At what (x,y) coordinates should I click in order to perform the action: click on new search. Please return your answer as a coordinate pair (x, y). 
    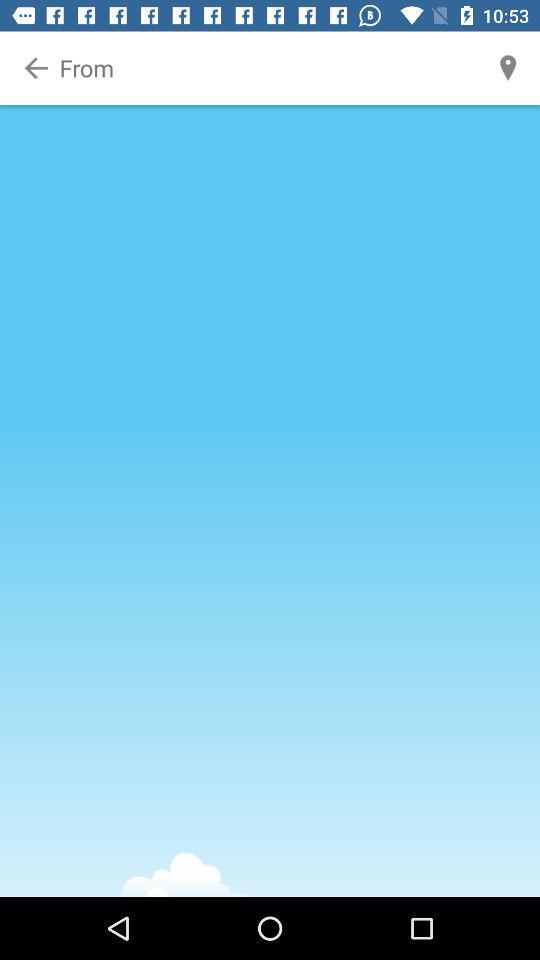
    Looking at the image, I should click on (270, 68).